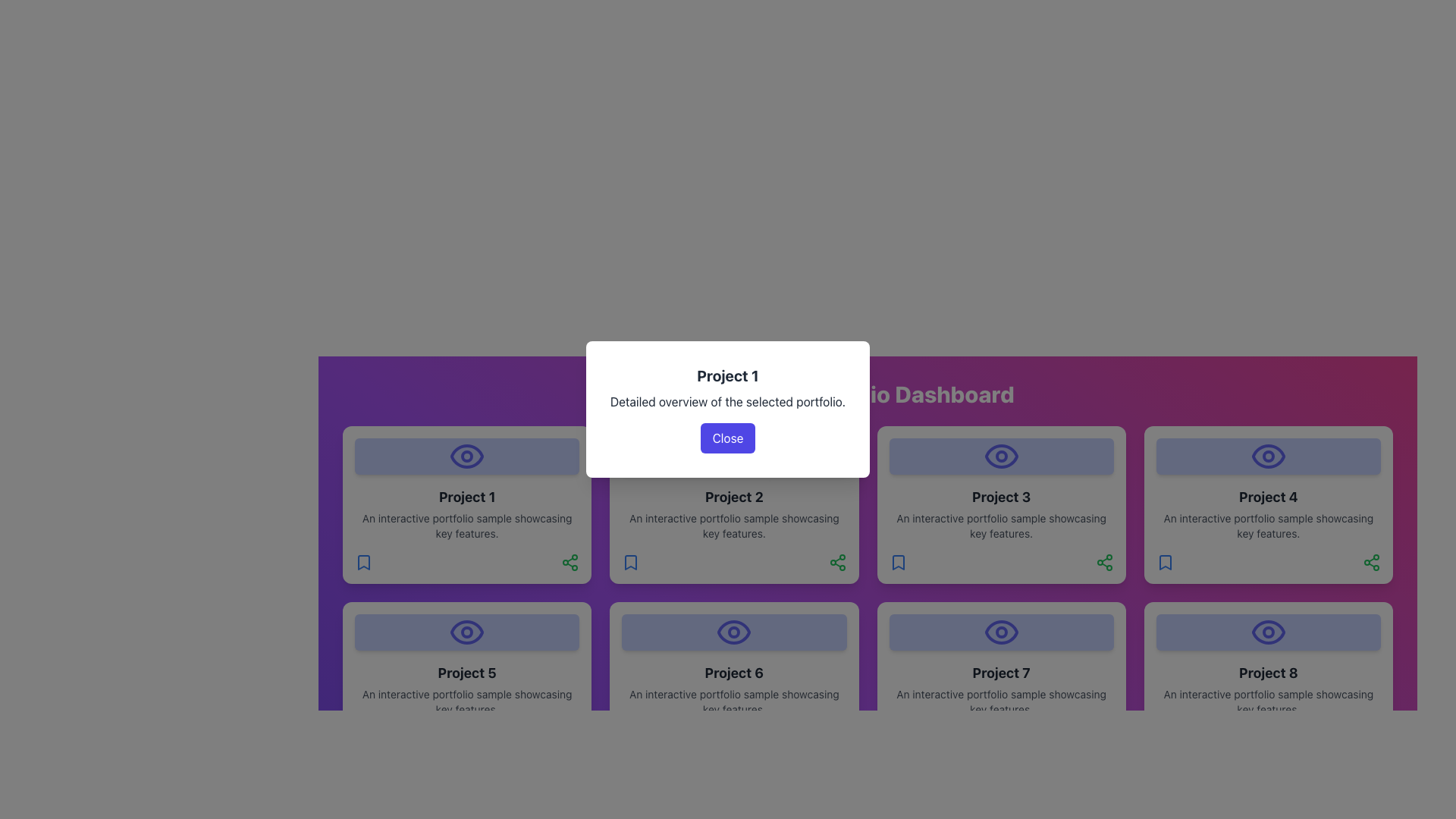 This screenshot has height=819, width=1456. What do you see at coordinates (466, 632) in the screenshot?
I see `the eye icon located in the top central portion of the card labeled 'Project 5'` at bounding box center [466, 632].